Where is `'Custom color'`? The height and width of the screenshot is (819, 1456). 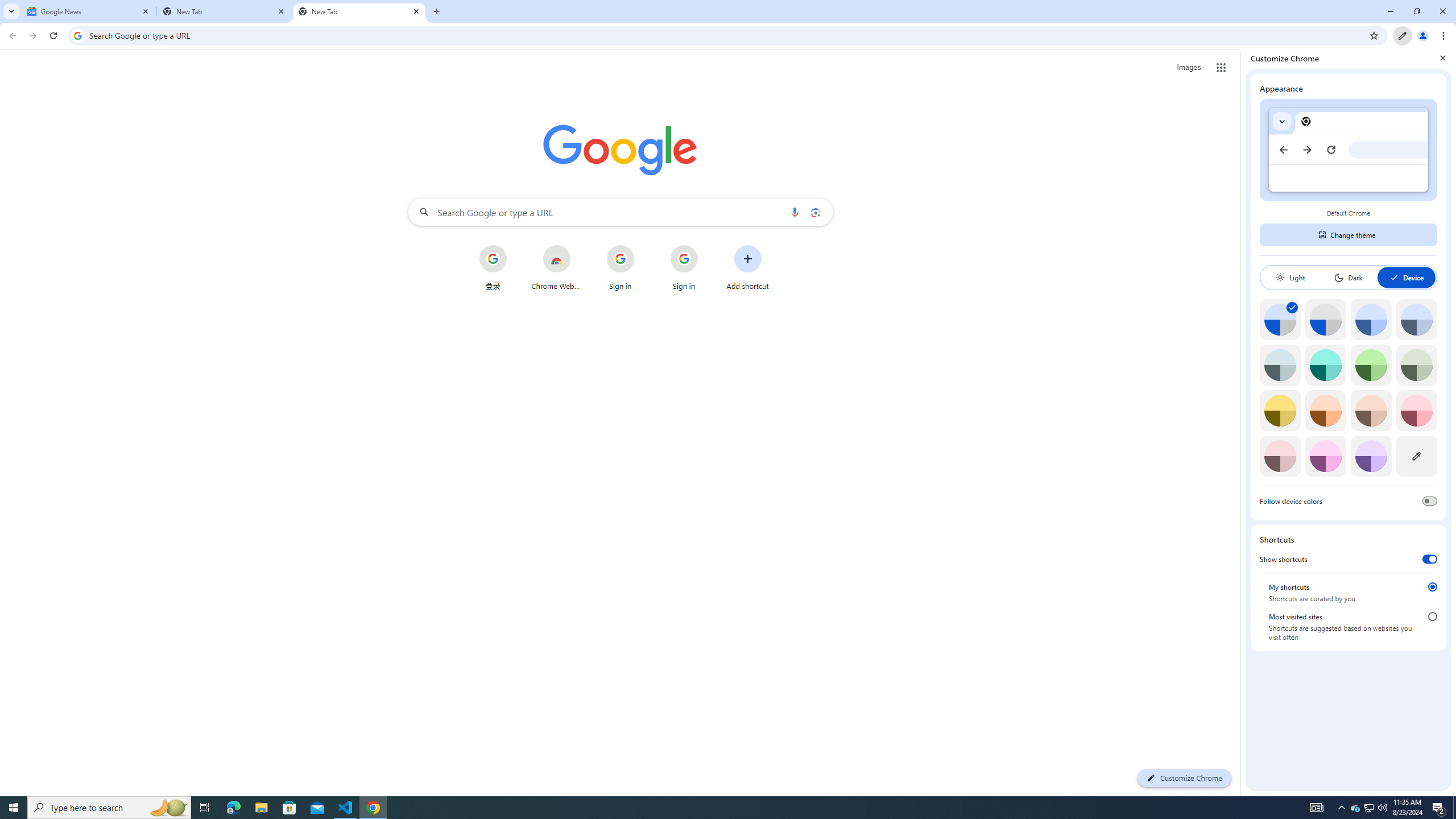
'Custom color' is located at coordinates (1416, 456).